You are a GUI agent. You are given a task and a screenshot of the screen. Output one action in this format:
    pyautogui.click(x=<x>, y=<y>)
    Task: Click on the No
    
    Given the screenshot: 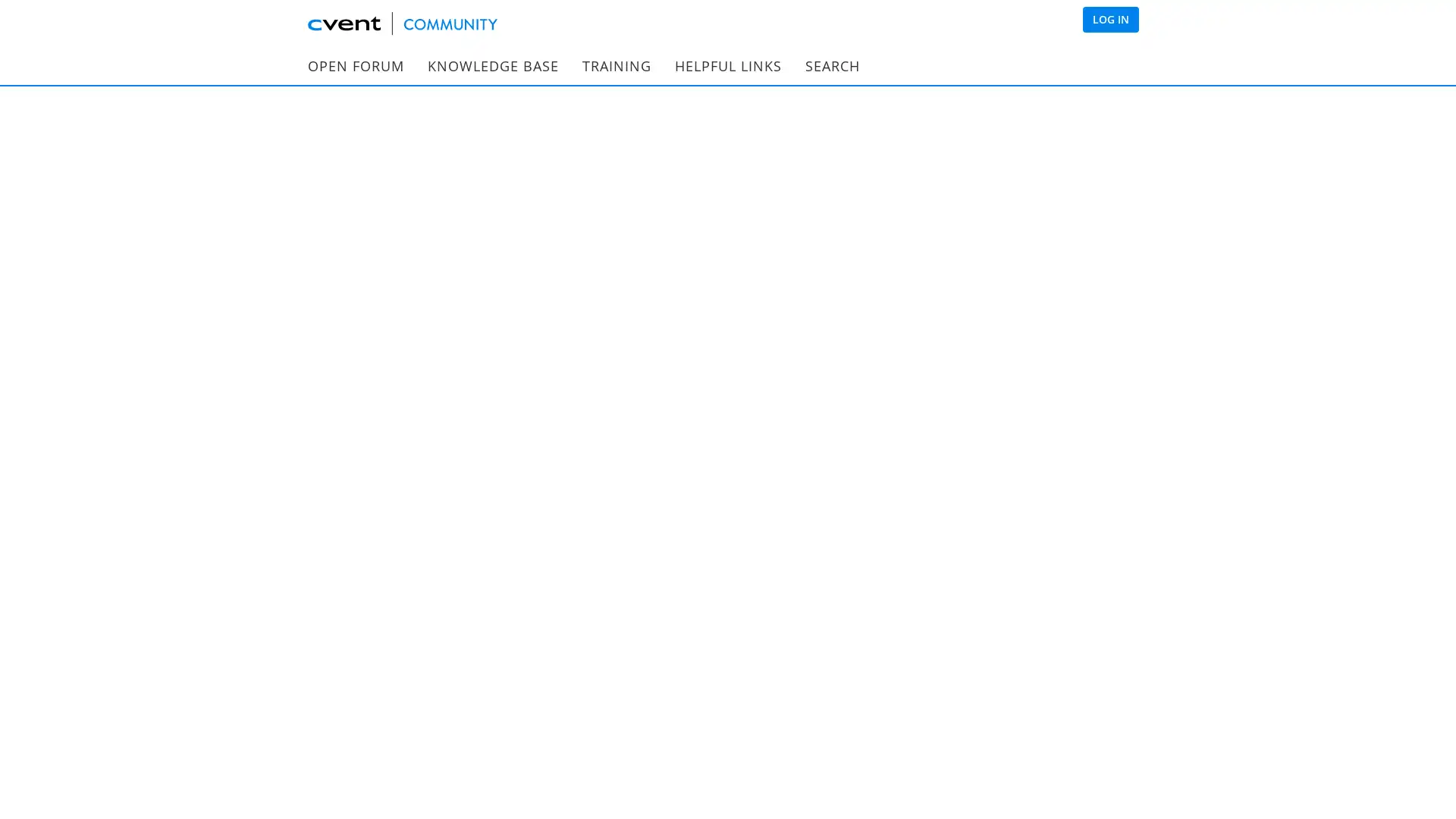 What is the action you would take?
    pyautogui.click(x=752, y=434)
    